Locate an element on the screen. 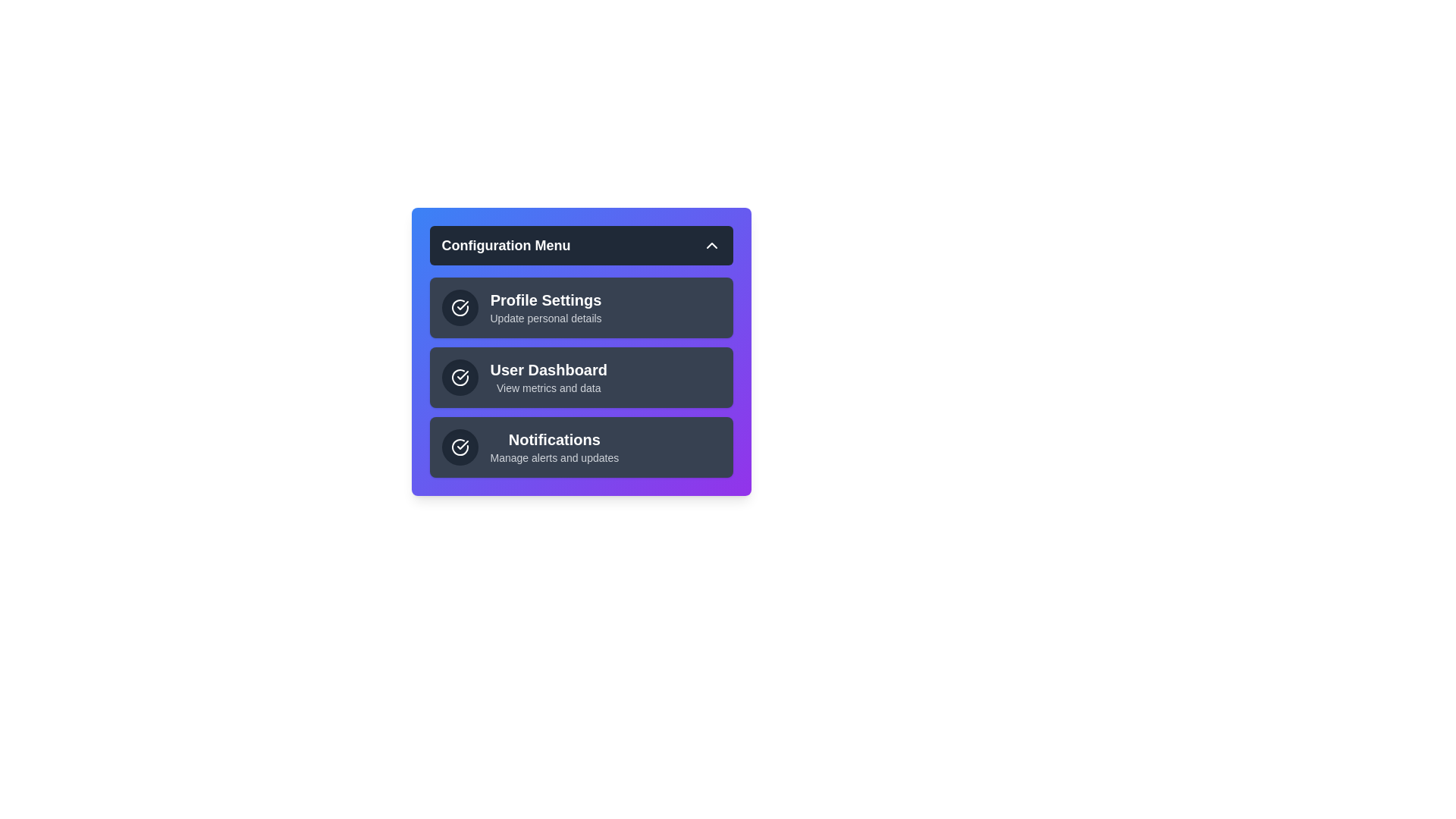 The image size is (1456, 819). the icon next to Notifications is located at coordinates (459, 447).